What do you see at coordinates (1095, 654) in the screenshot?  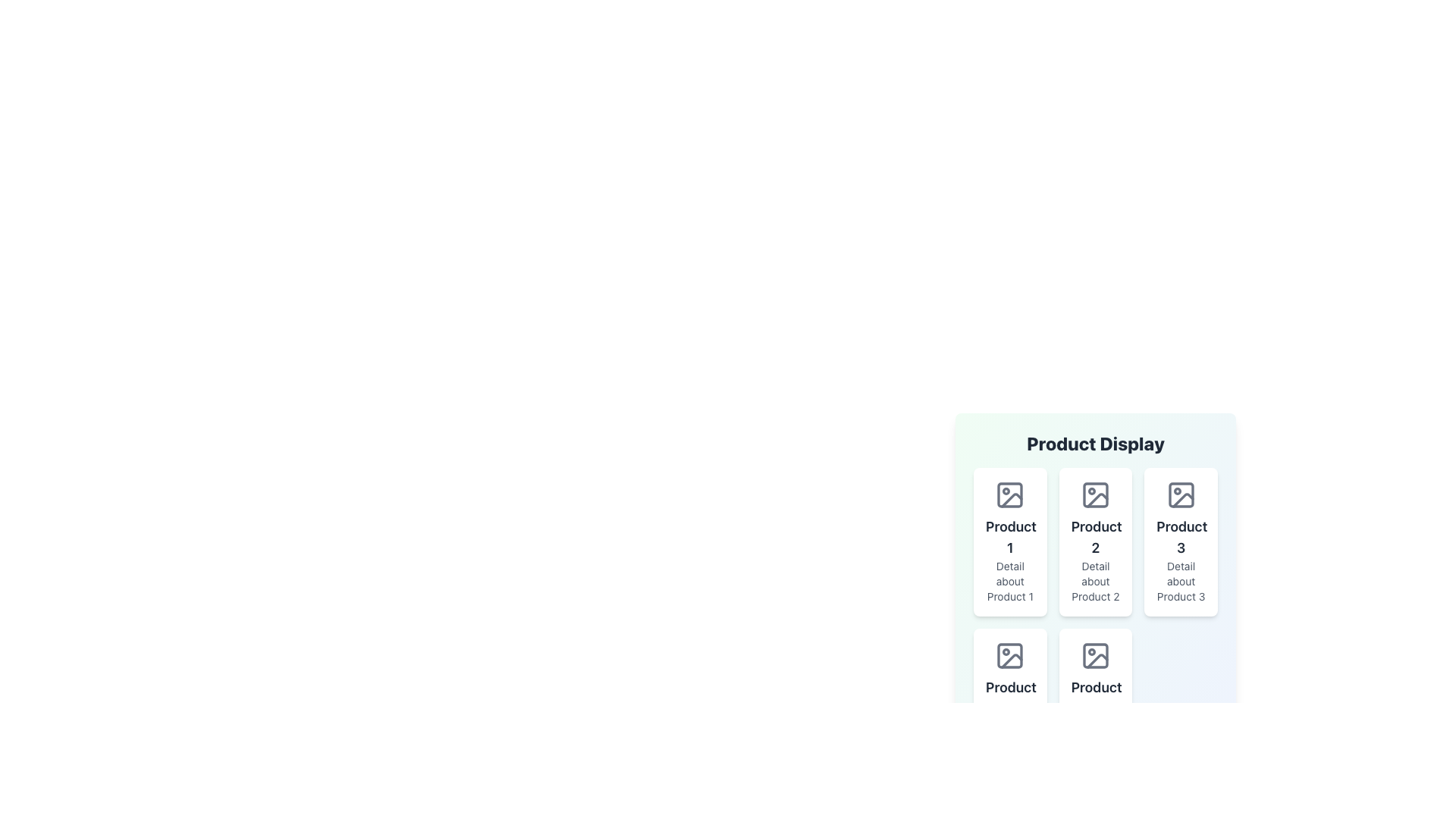 I see `decorative rectangle element that serves as a placeholder for image-related content located under the third row of image icons labeled 'Product 4' using developer tools` at bounding box center [1095, 654].